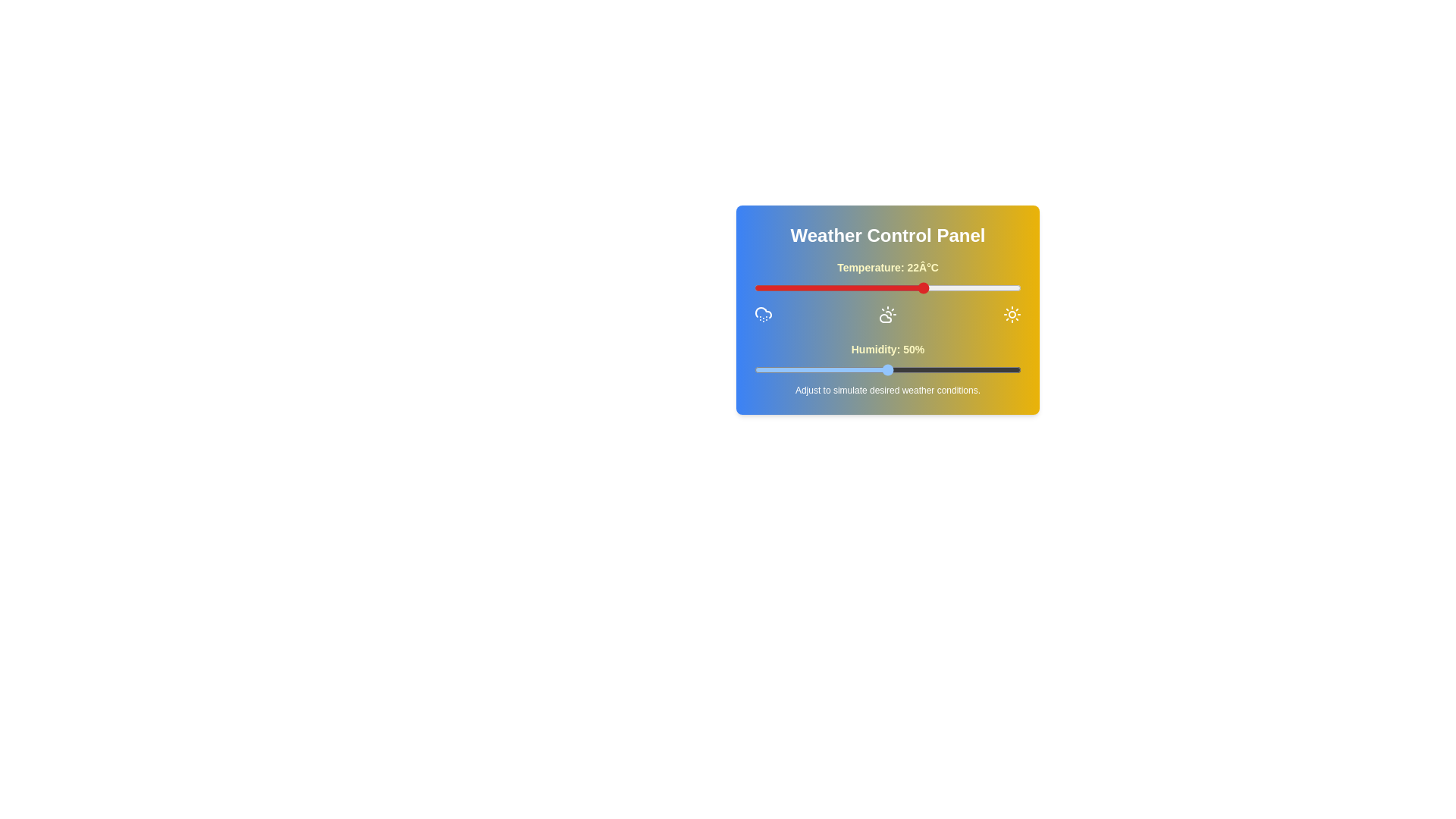 Image resolution: width=1456 pixels, height=819 pixels. Describe the element at coordinates (765, 288) in the screenshot. I see `the temperature` at that location.